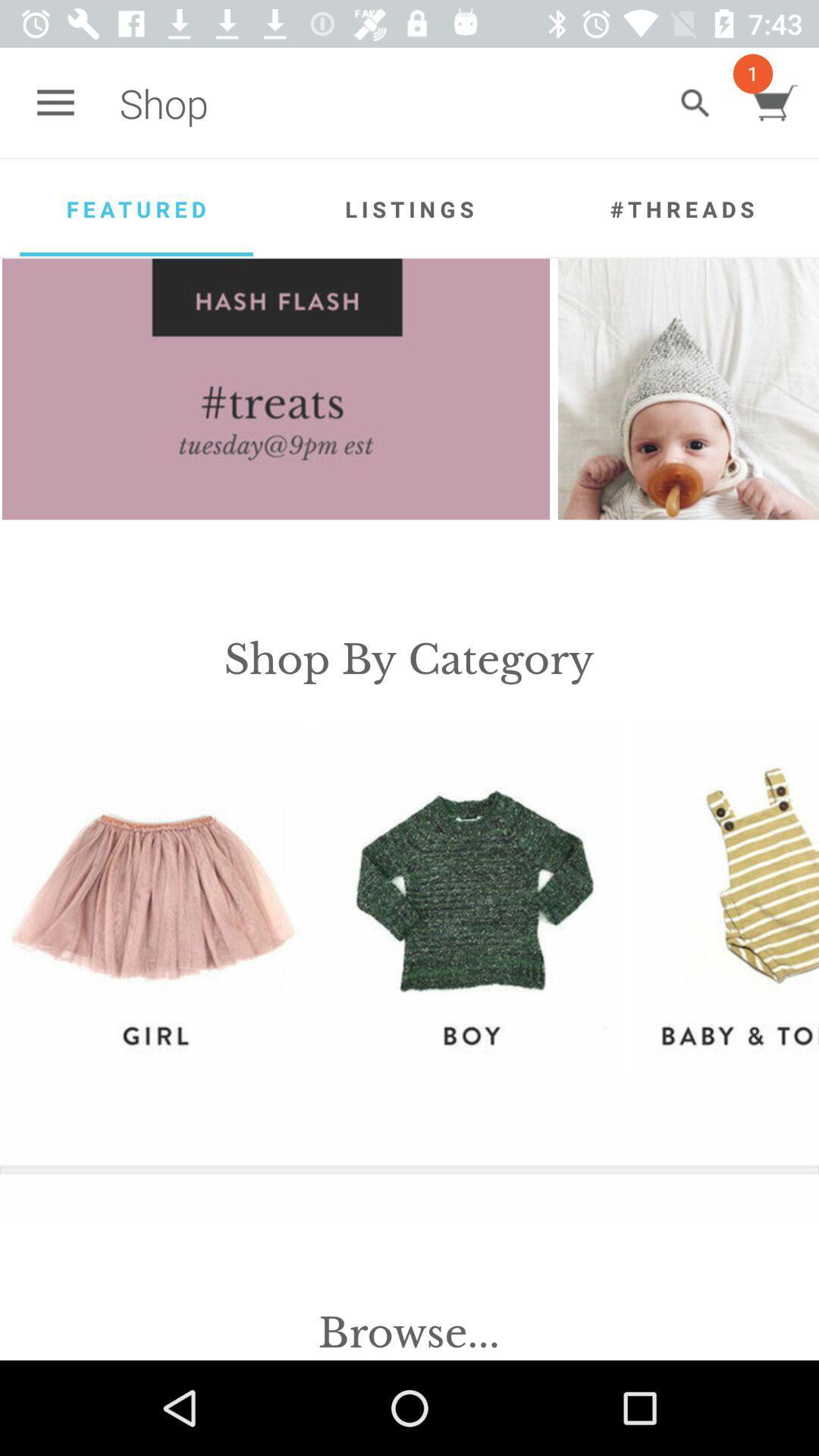 The width and height of the screenshot is (819, 1456). What do you see at coordinates (154, 899) in the screenshot?
I see `category select option` at bounding box center [154, 899].